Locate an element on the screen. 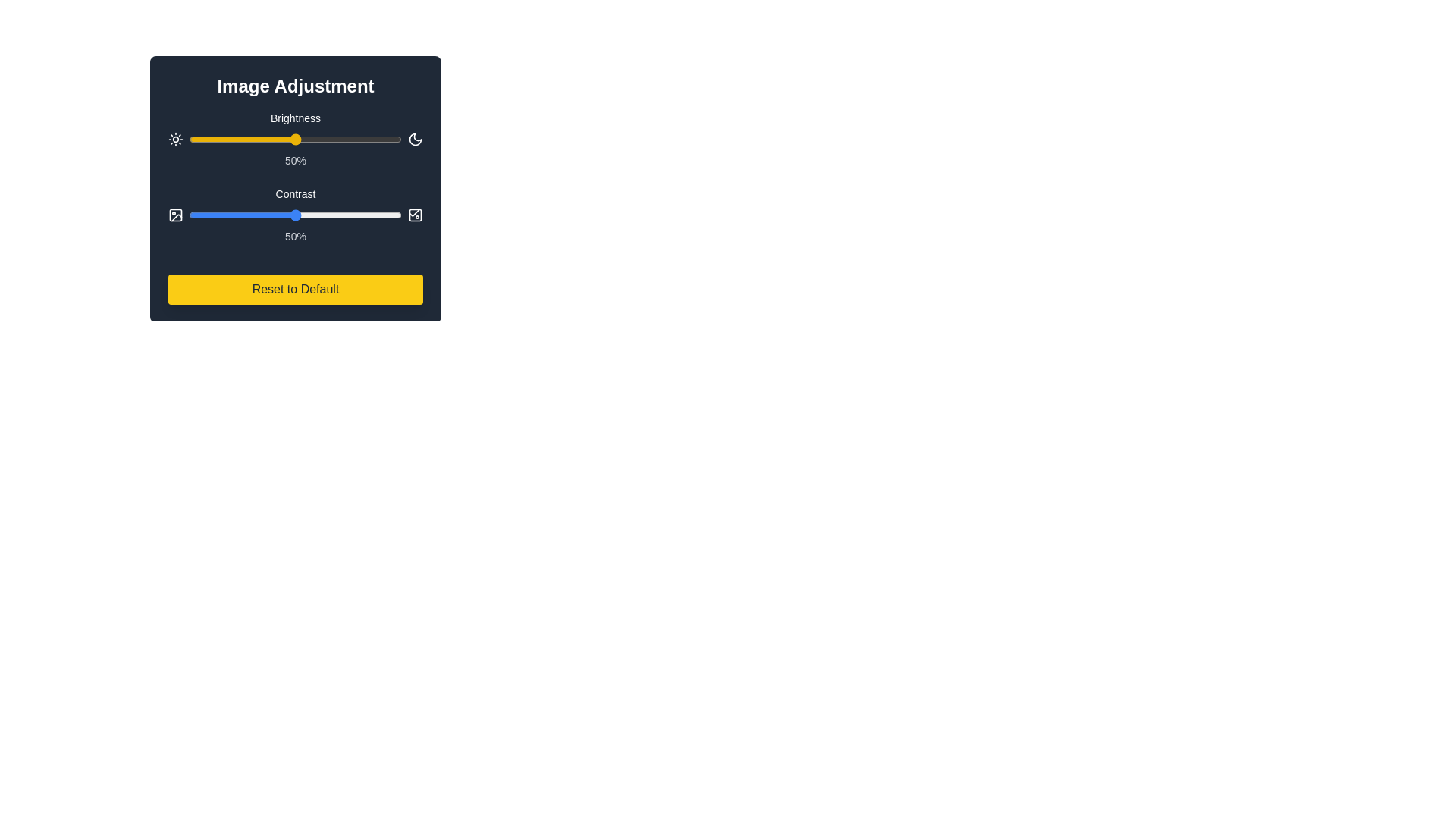 This screenshot has height=819, width=1456. the brightness is located at coordinates (272, 140).